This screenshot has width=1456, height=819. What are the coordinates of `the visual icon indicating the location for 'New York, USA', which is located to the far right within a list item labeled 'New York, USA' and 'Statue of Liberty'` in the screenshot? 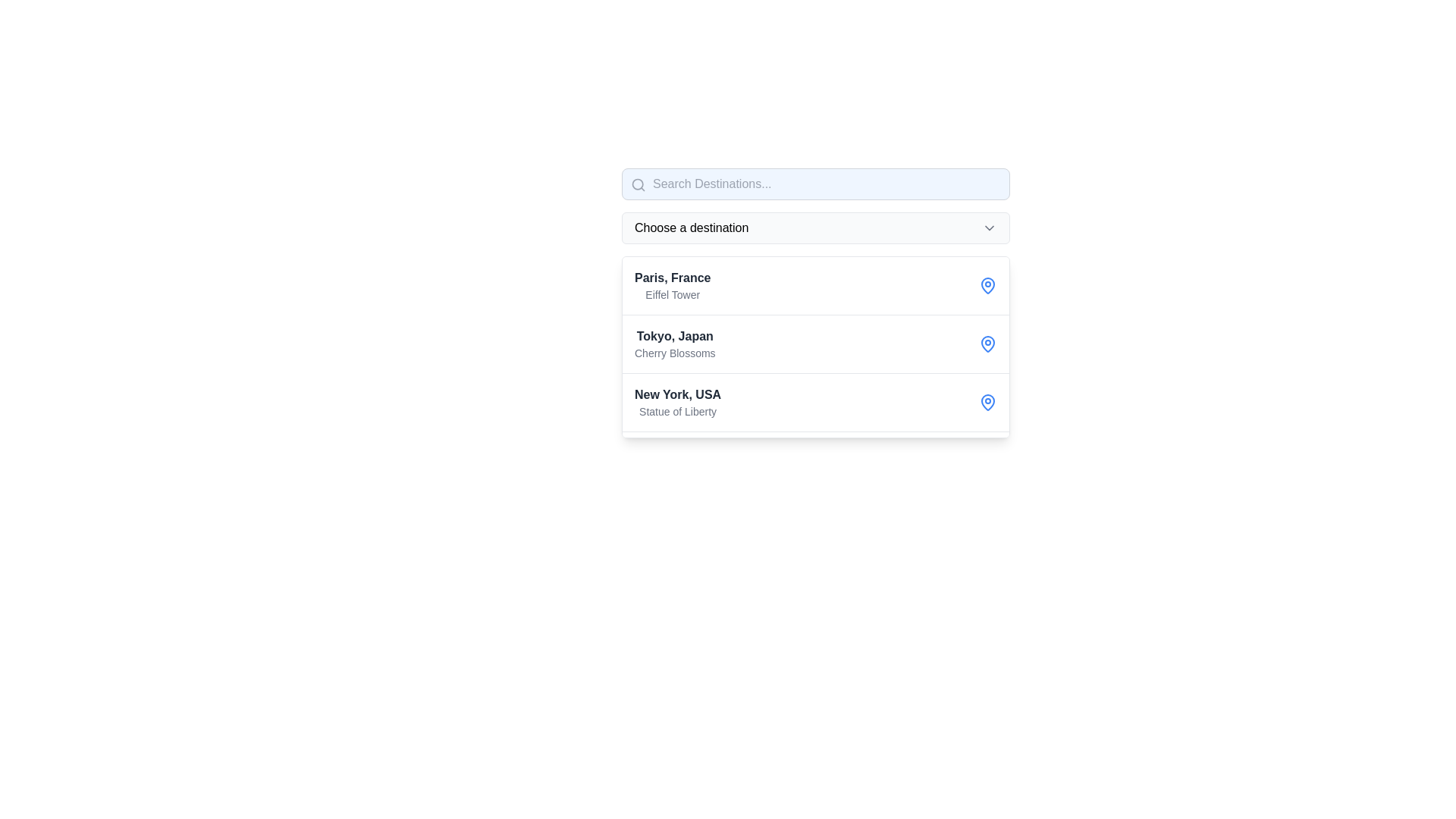 It's located at (987, 402).